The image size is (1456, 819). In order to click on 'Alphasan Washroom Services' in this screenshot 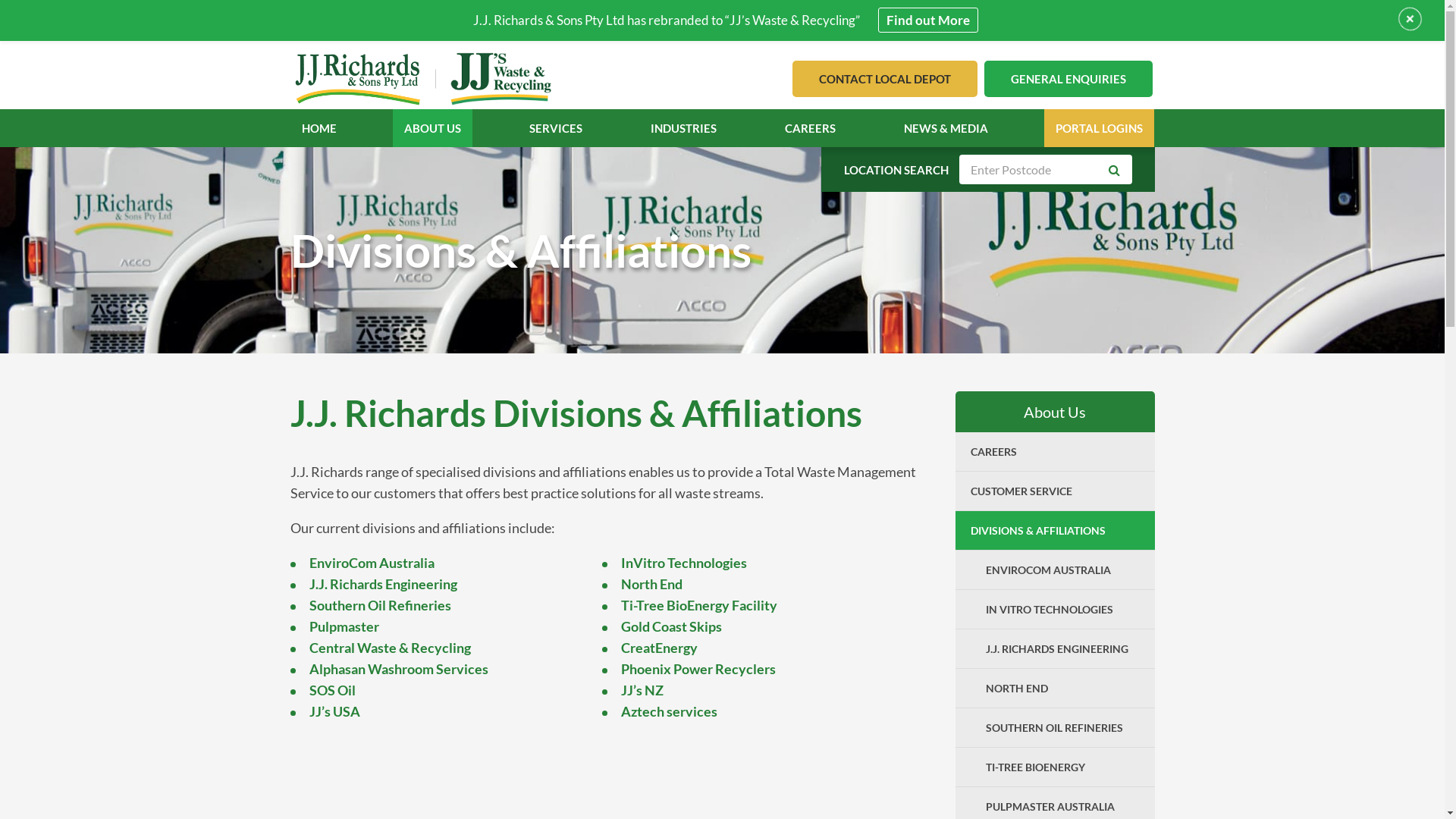, I will do `click(399, 668)`.